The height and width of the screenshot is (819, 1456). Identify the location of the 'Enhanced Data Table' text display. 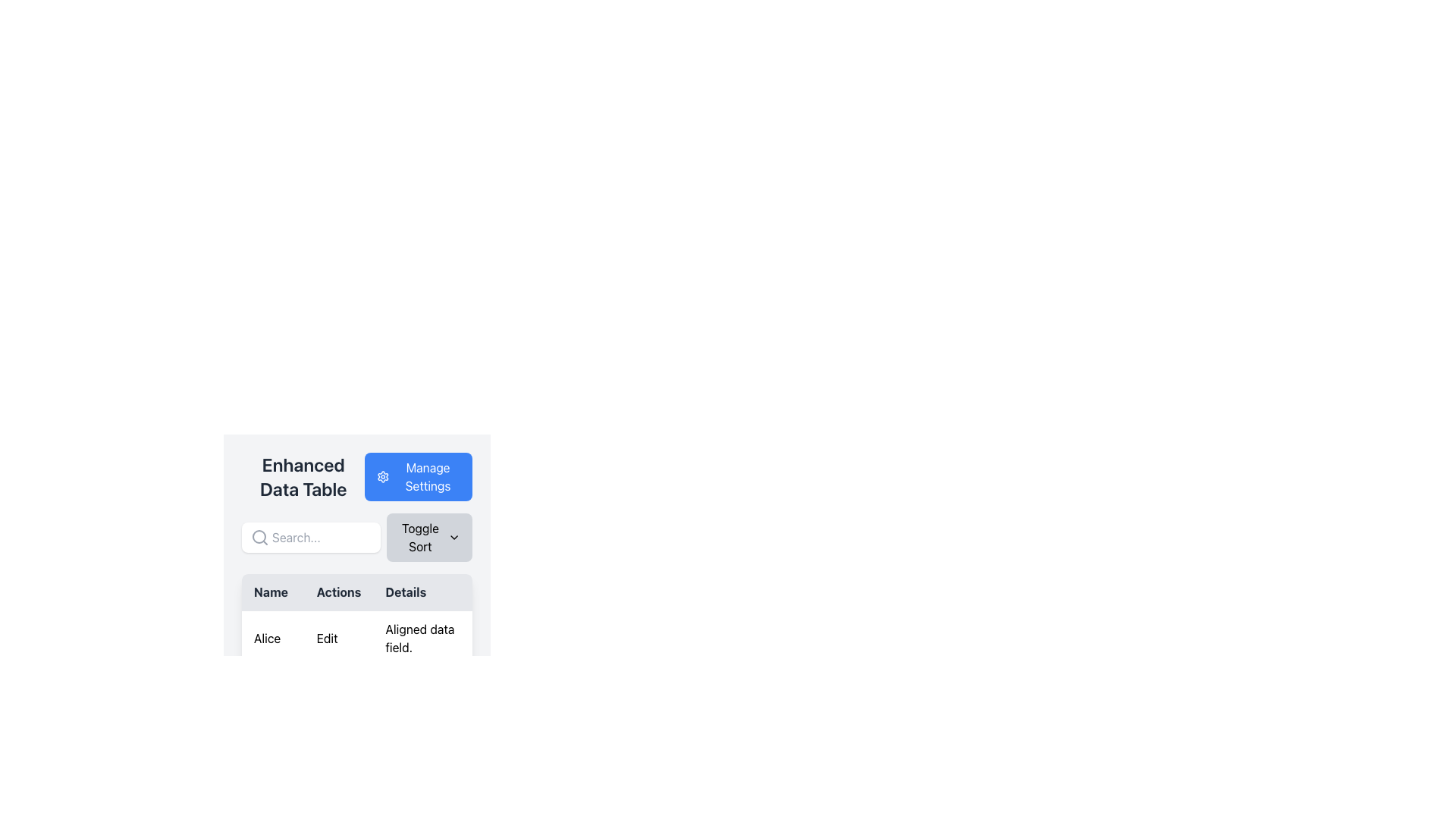
(303, 475).